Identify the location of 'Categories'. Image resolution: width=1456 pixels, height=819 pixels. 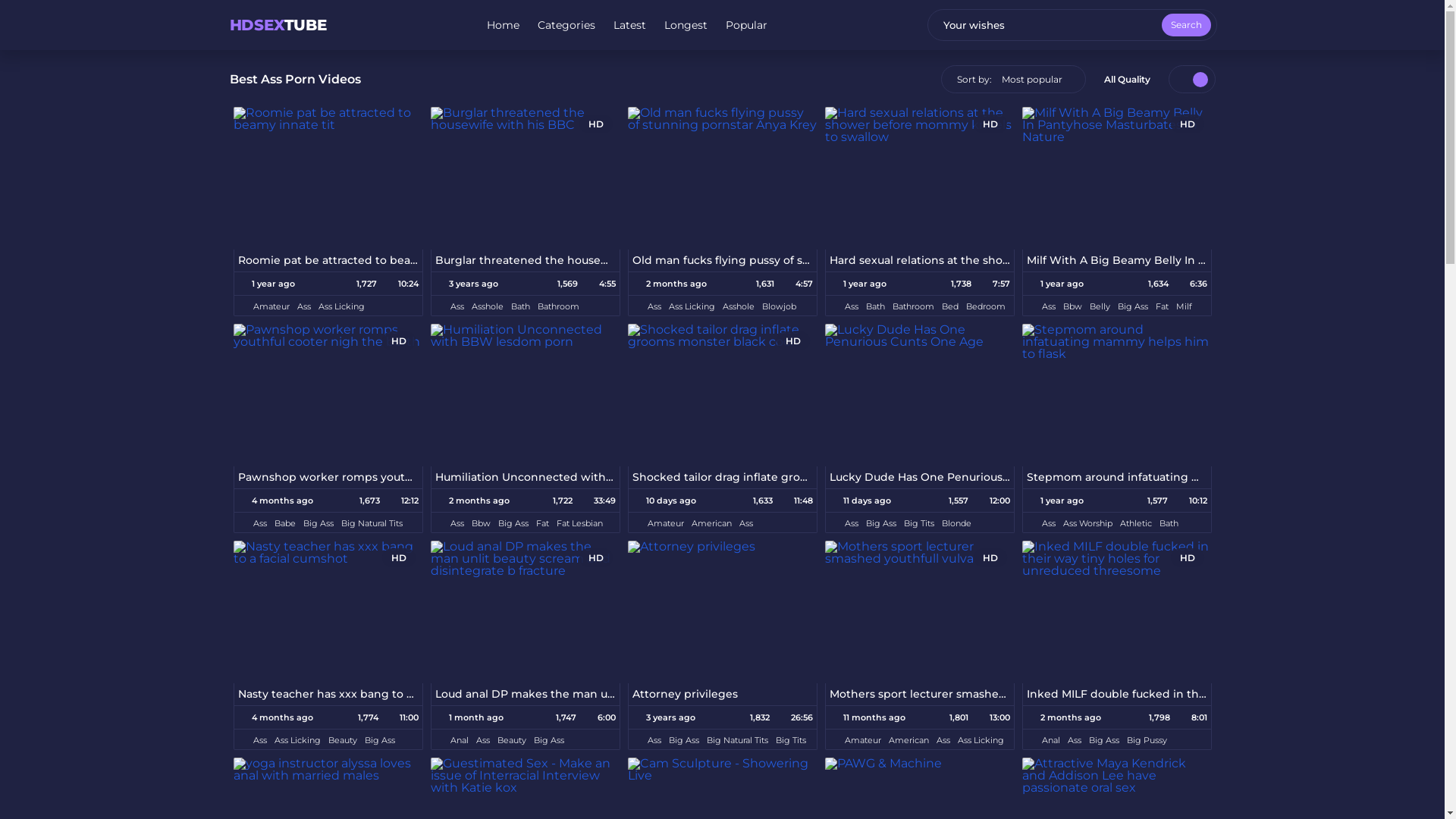
(566, 25).